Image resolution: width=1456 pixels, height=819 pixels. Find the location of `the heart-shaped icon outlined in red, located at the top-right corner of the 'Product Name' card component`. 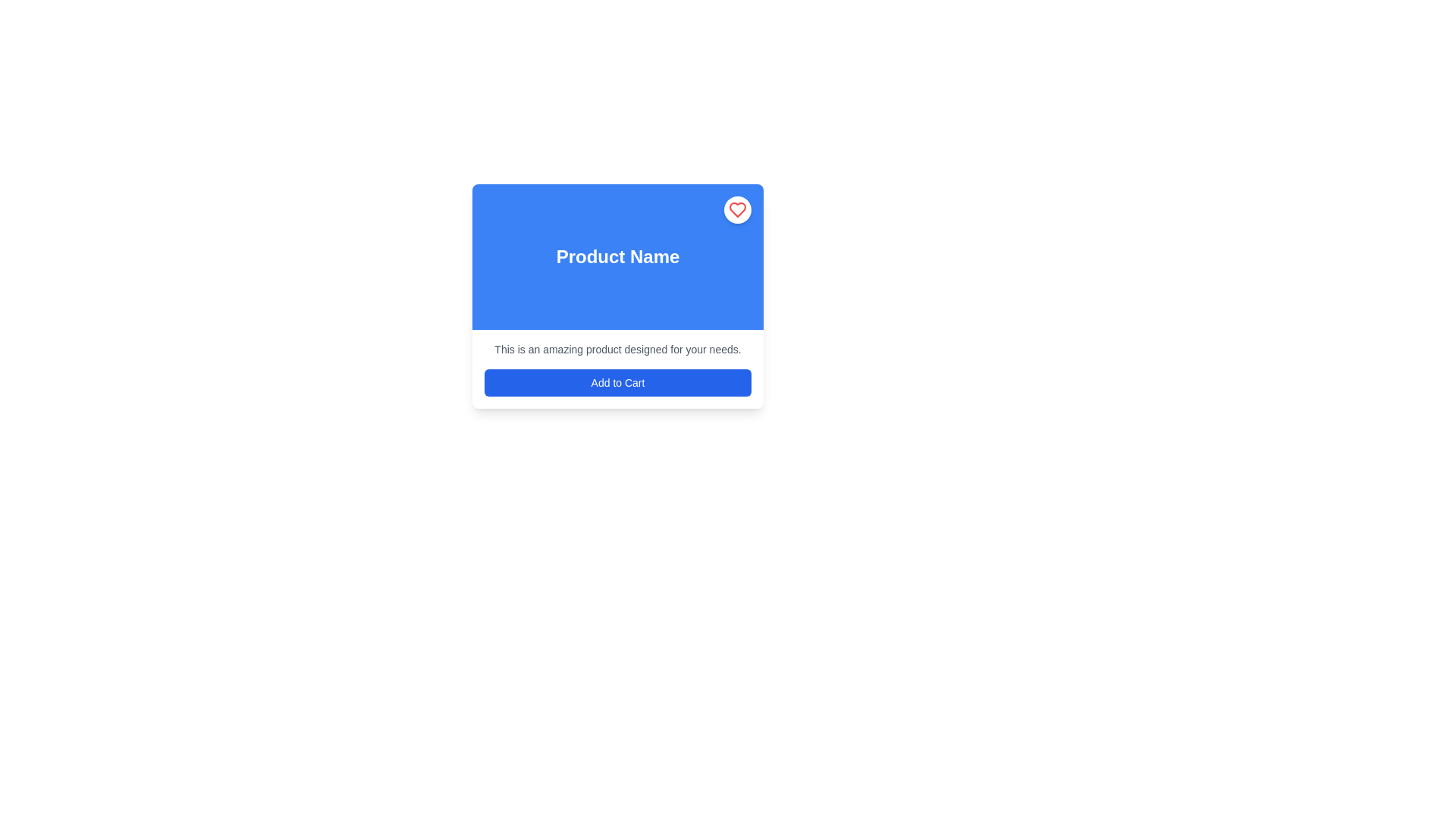

the heart-shaped icon outlined in red, located at the top-right corner of the 'Product Name' card component is located at coordinates (738, 210).